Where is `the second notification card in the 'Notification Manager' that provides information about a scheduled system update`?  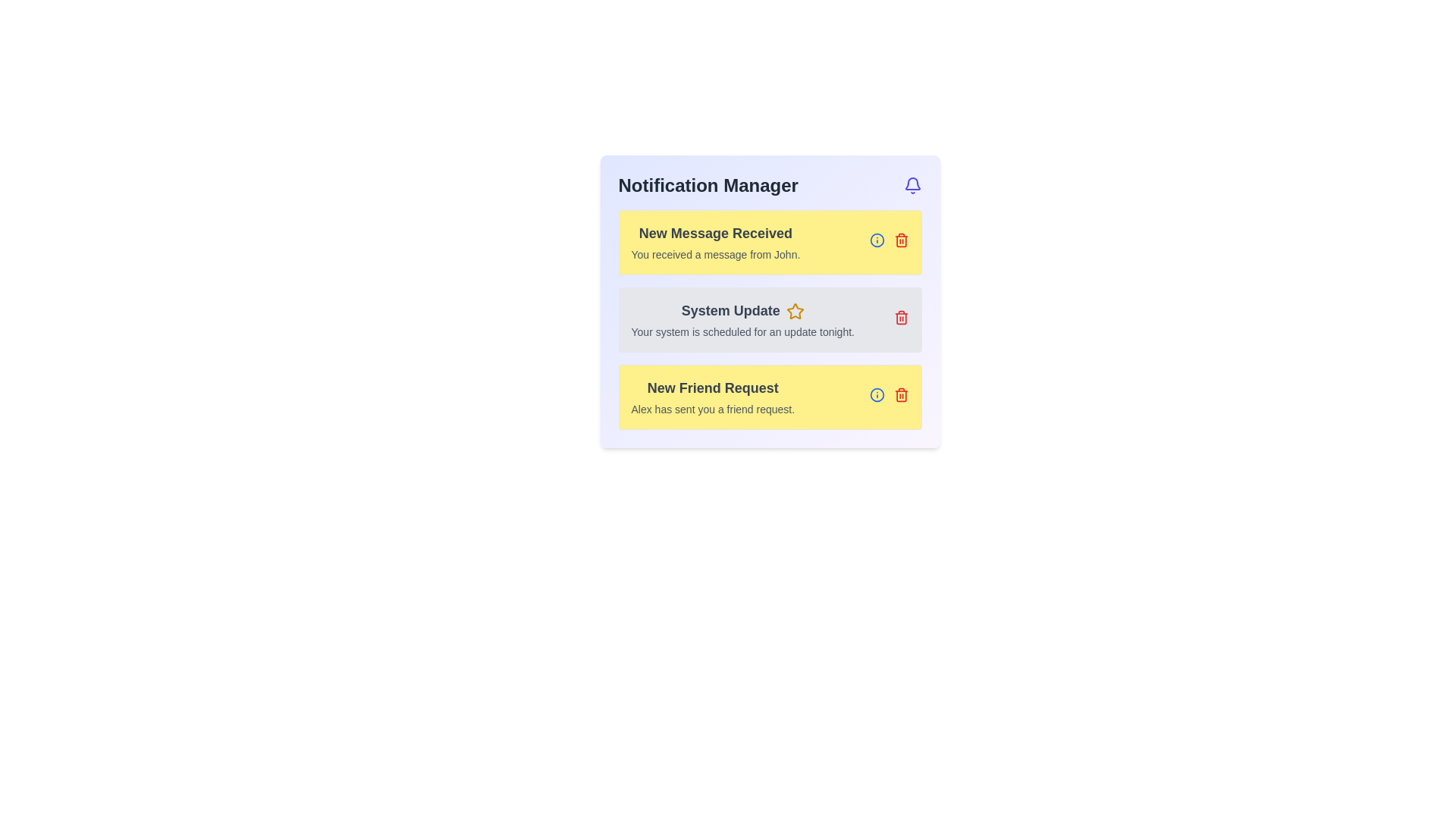
the second notification card in the 'Notification Manager' that provides information about a scheduled system update is located at coordinates (770, 318).